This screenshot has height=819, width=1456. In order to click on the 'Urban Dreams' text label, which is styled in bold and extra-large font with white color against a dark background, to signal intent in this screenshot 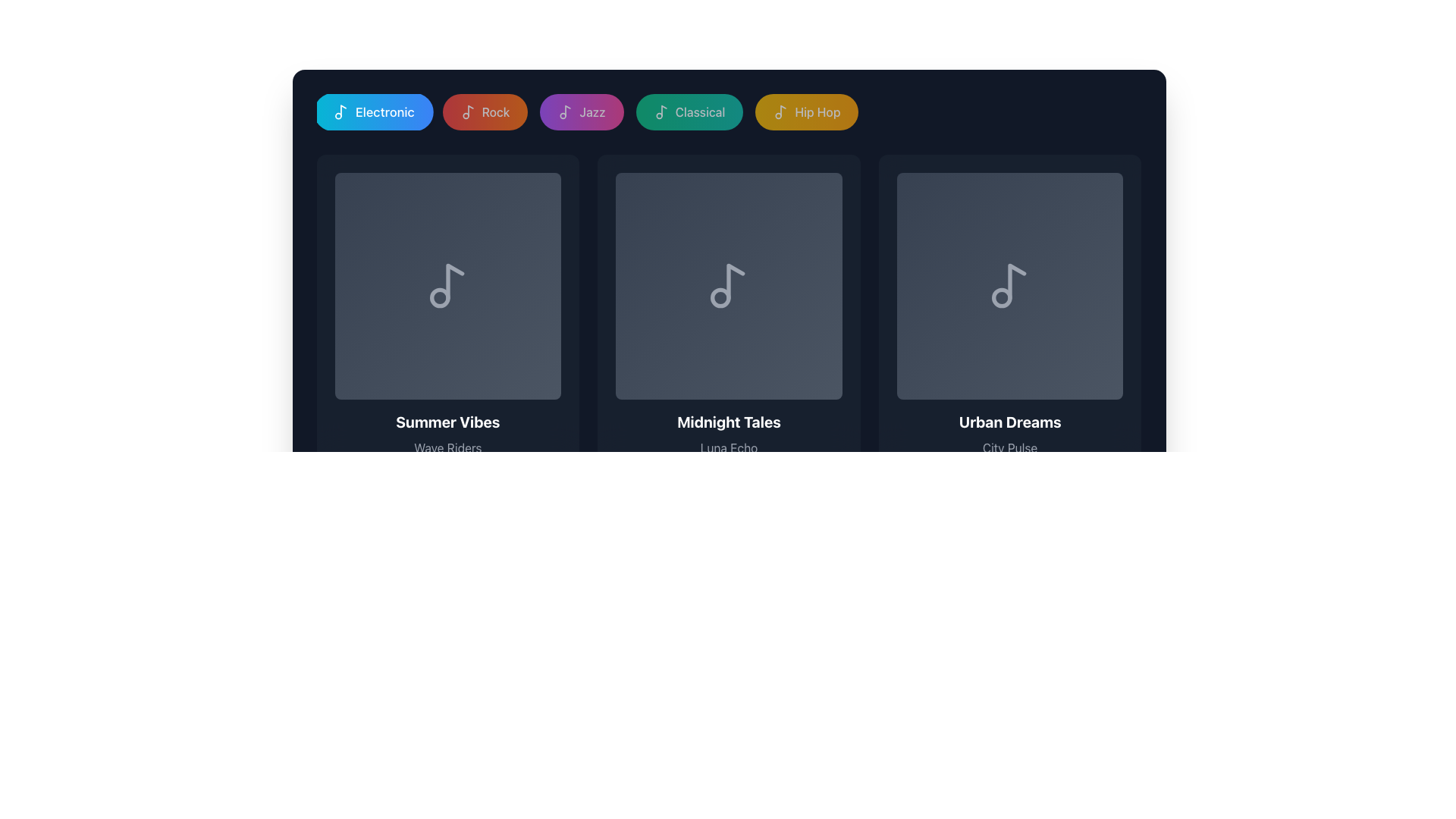, I will do `click(1010, 422)`.